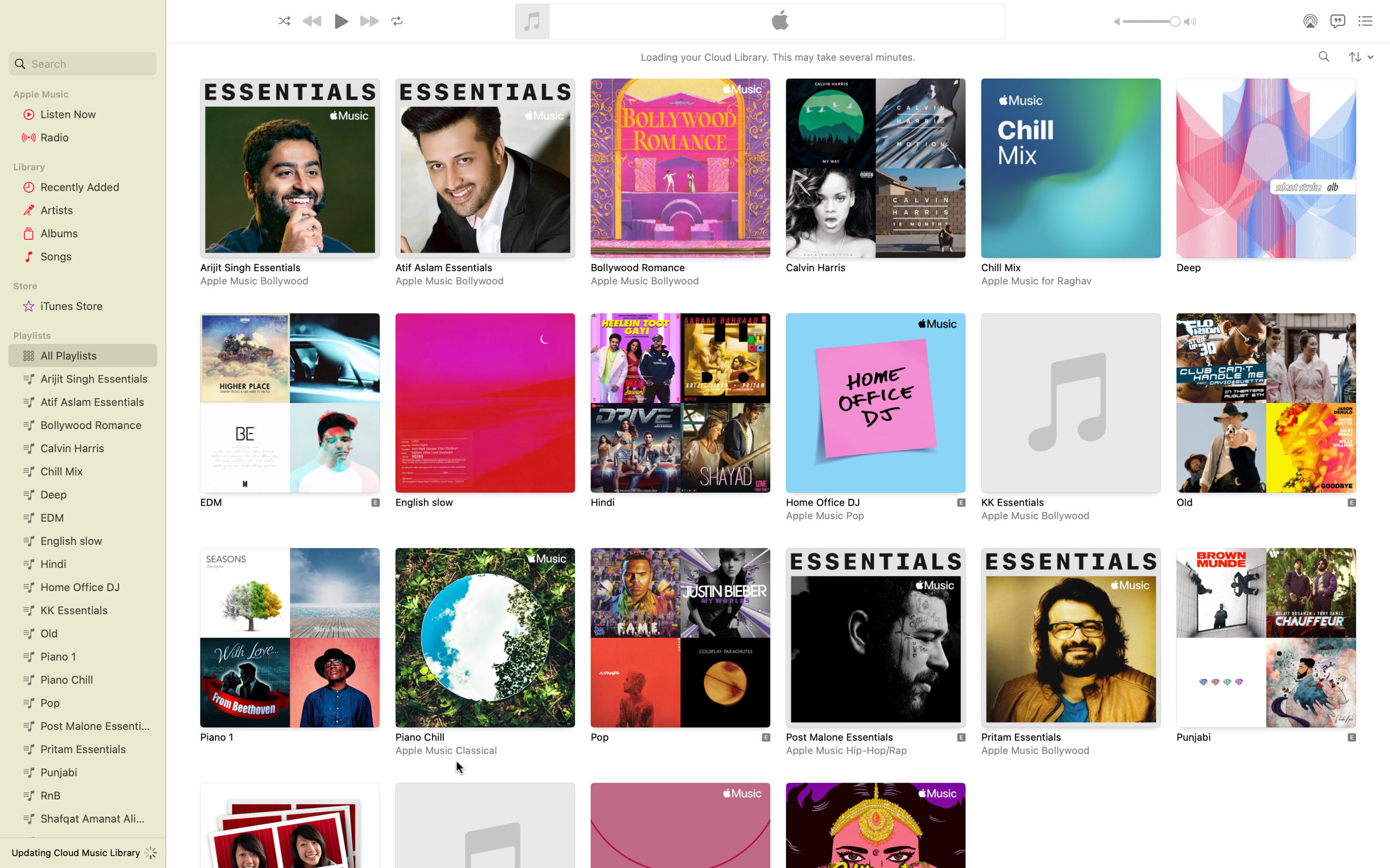 The height and width of the screenshot is (868, 1390). I want to click on the playlist named "Atif", so click(484, 184).